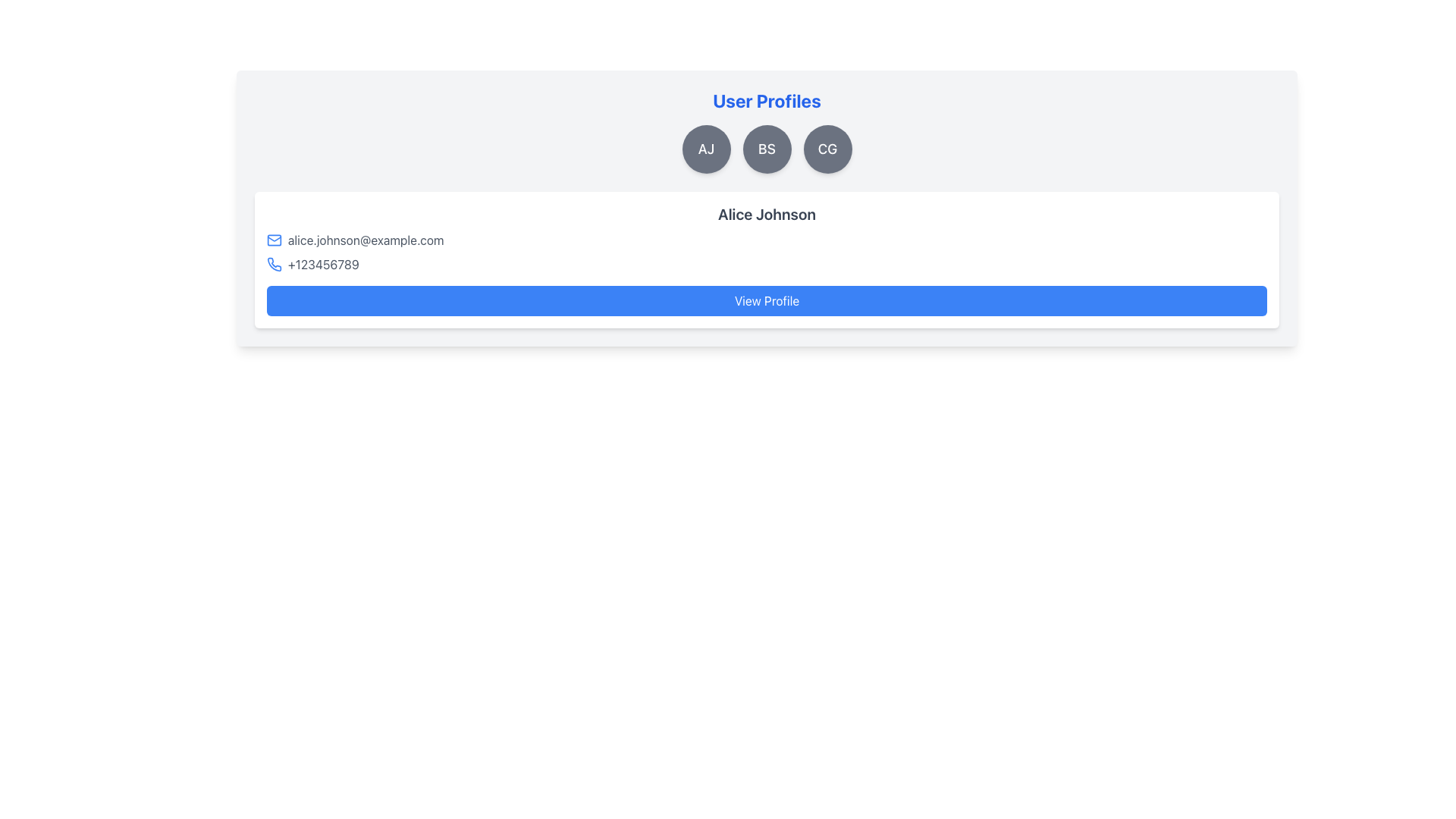 The height and width of the screenshot is (819, 1456). I want to click on the phone icon located in the user profile card next to Alice Johnson's phone number, so click(275, 263).